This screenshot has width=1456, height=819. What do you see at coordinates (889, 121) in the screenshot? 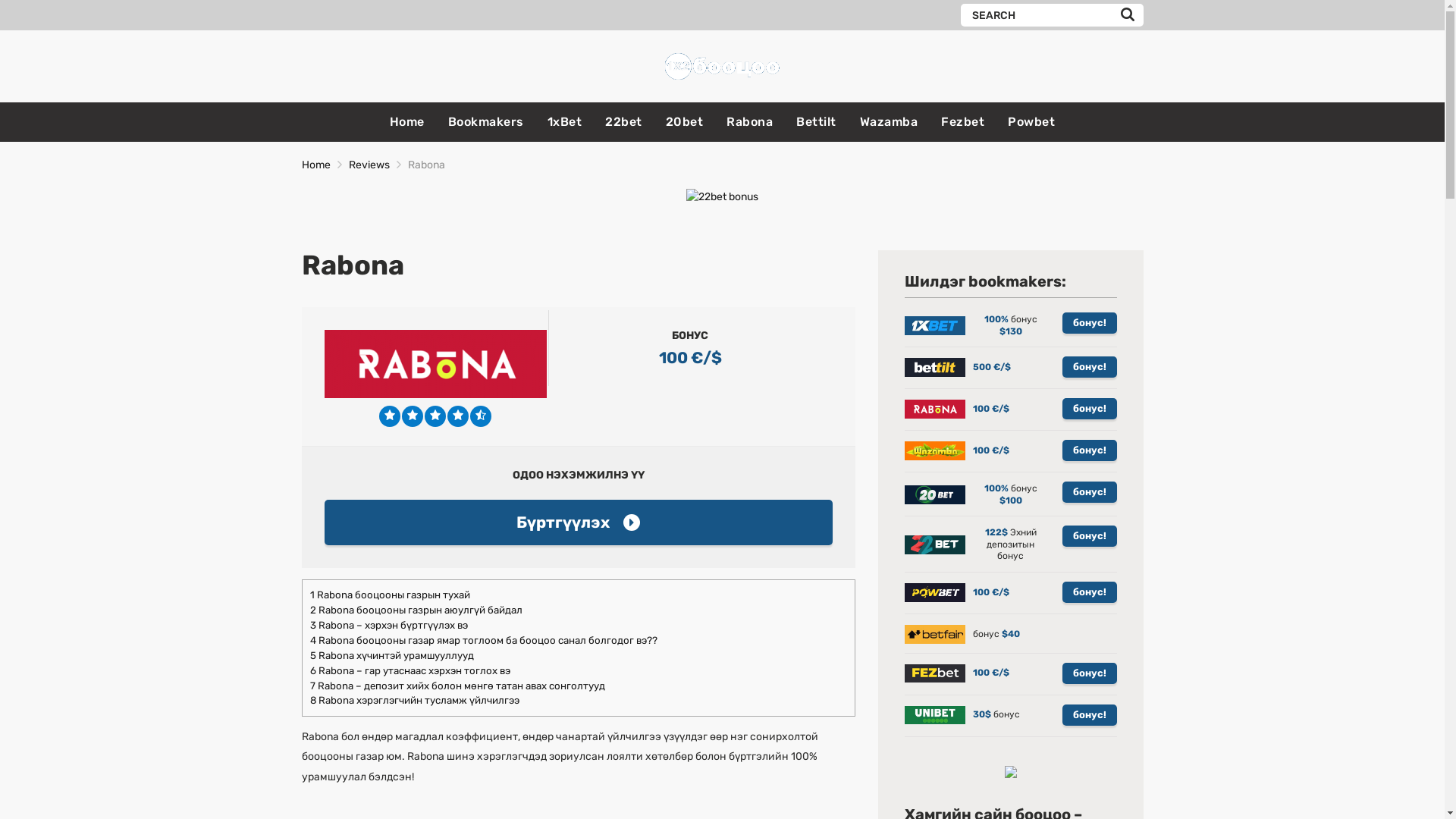
I see `'Wazamba'` at bounding box center [889, 121].